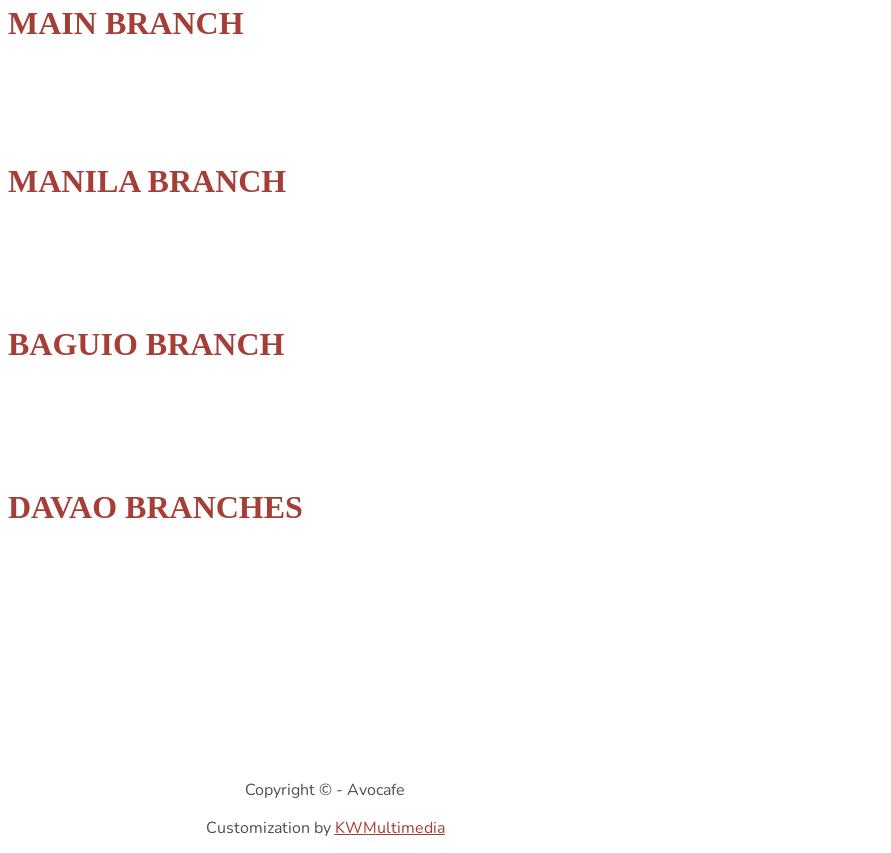 Image resolution: width=891 pixels, height=853 pixels. I want to click on 'KWMultimedia', so click(389, 828).